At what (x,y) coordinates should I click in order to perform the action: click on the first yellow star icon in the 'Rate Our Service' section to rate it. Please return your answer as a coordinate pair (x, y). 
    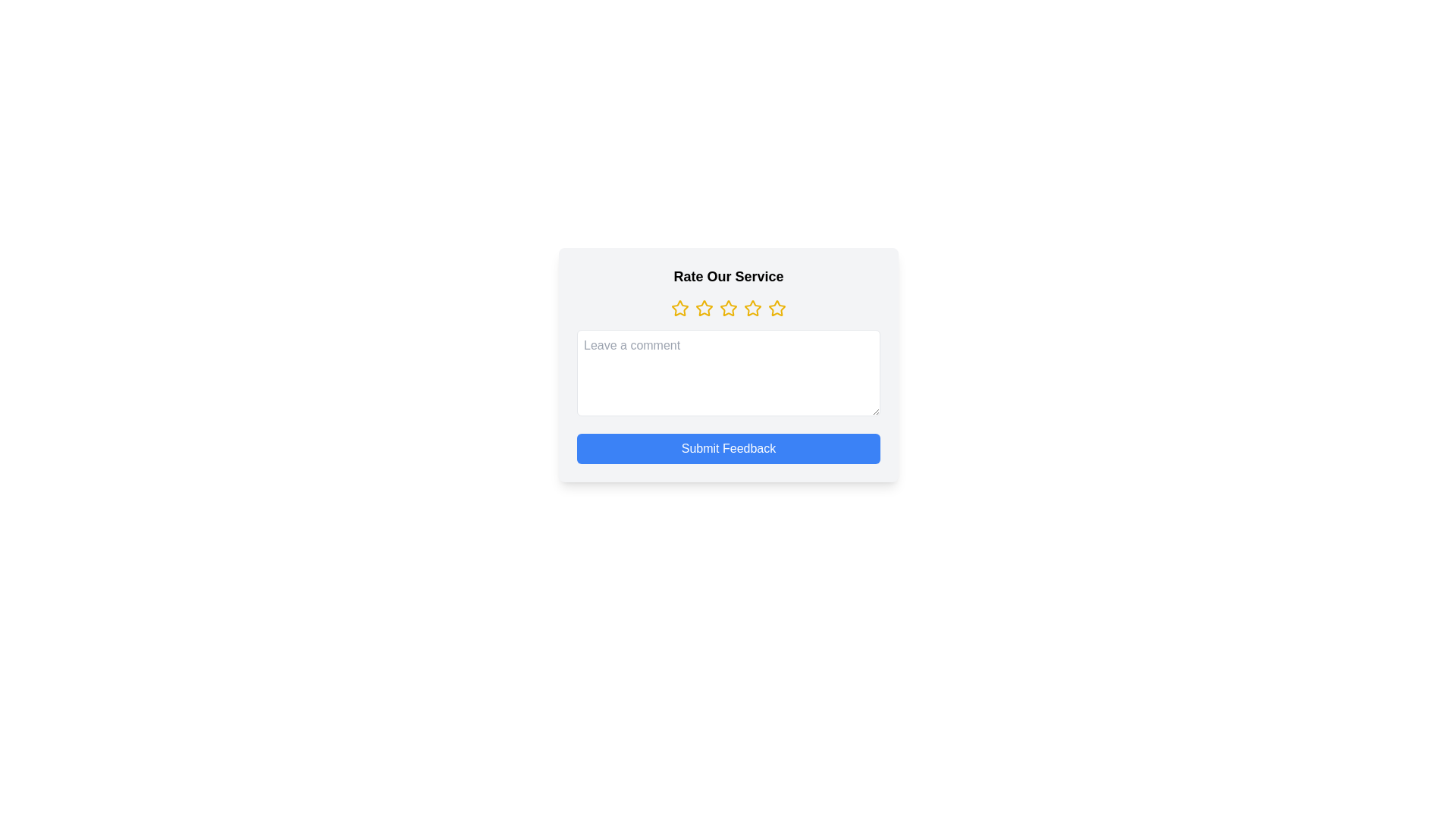
    Looking at the image, I should click on (679, 308).